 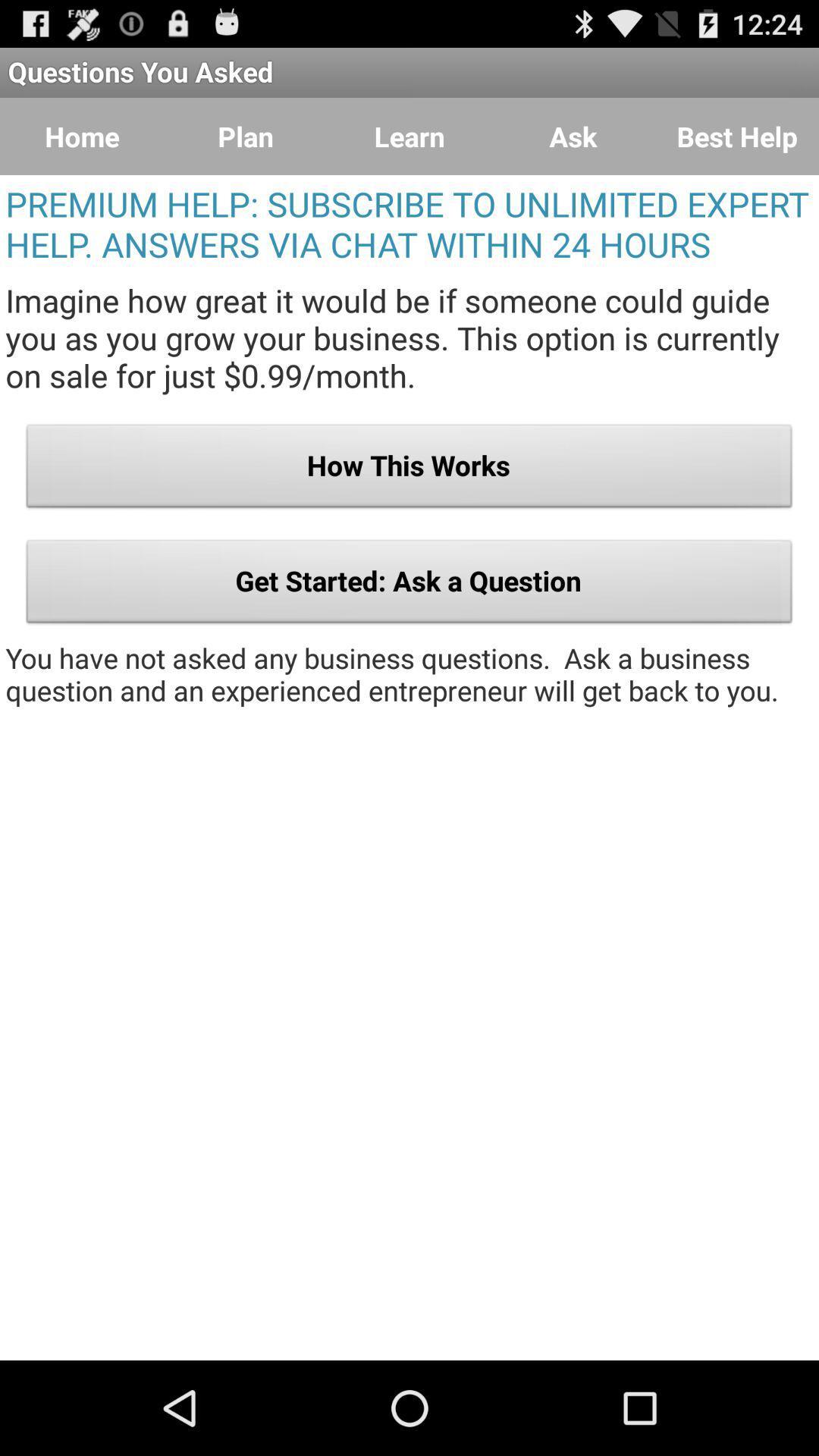 I want to click on the icon above the premium help subscribe icon, so click(x=245, y=136).